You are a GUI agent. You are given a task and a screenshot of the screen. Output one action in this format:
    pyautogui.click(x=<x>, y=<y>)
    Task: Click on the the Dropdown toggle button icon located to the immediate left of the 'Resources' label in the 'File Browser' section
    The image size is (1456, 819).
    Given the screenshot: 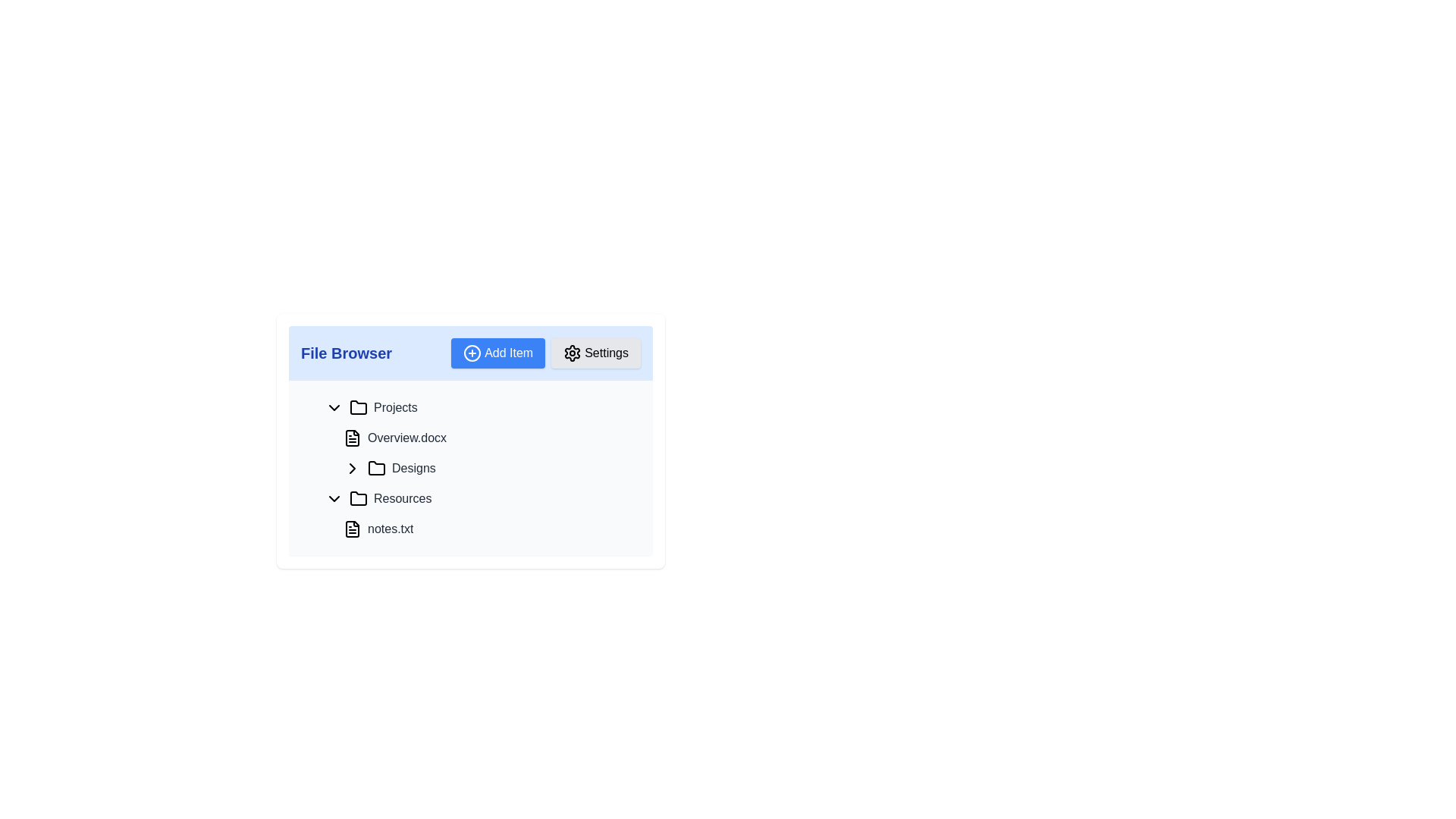 What is the action you would take?
    pyautogui.click(x=334, y=499)
    